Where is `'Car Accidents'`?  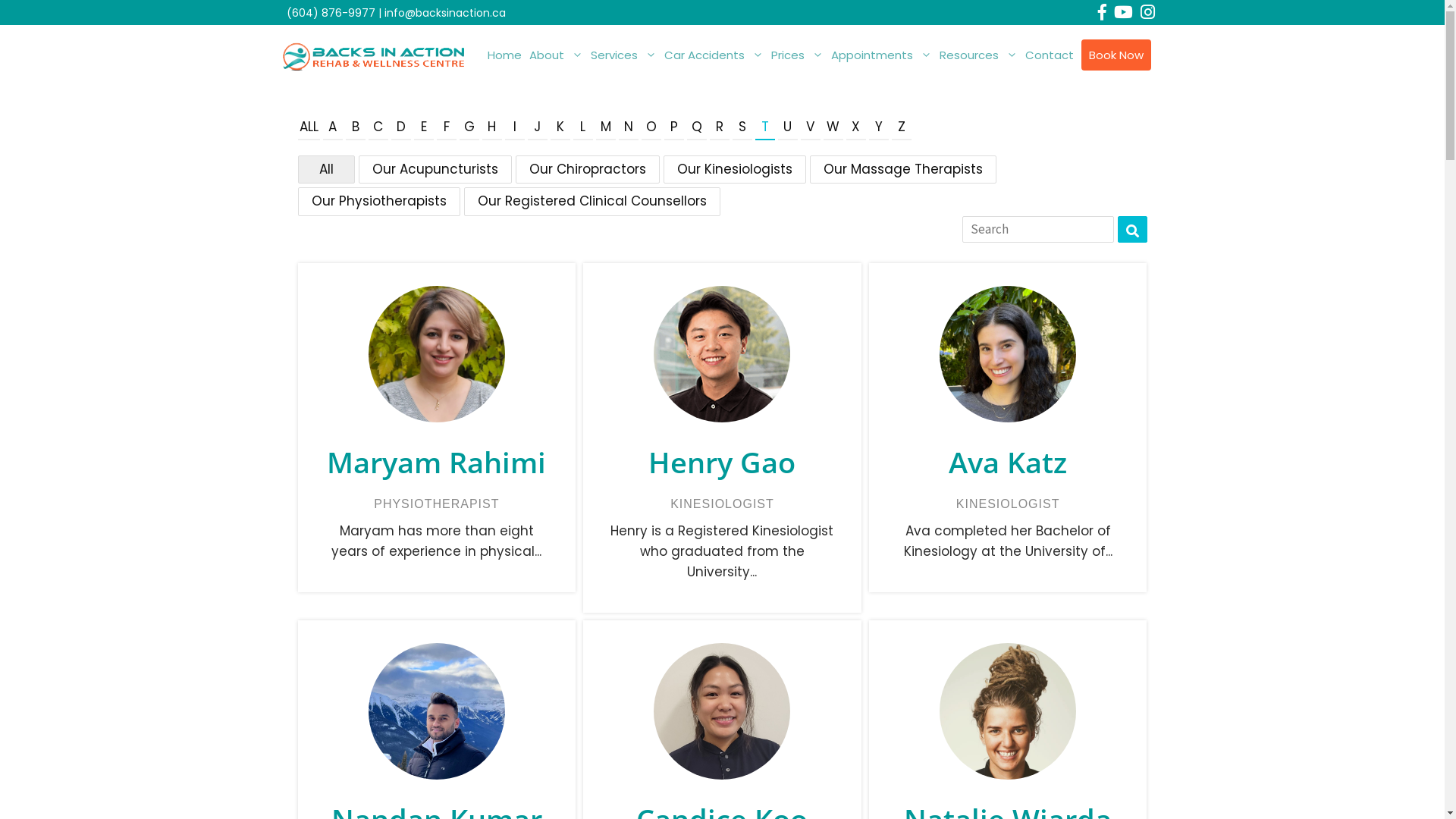 'Car Accidents' is located at coordinates (659, 55).